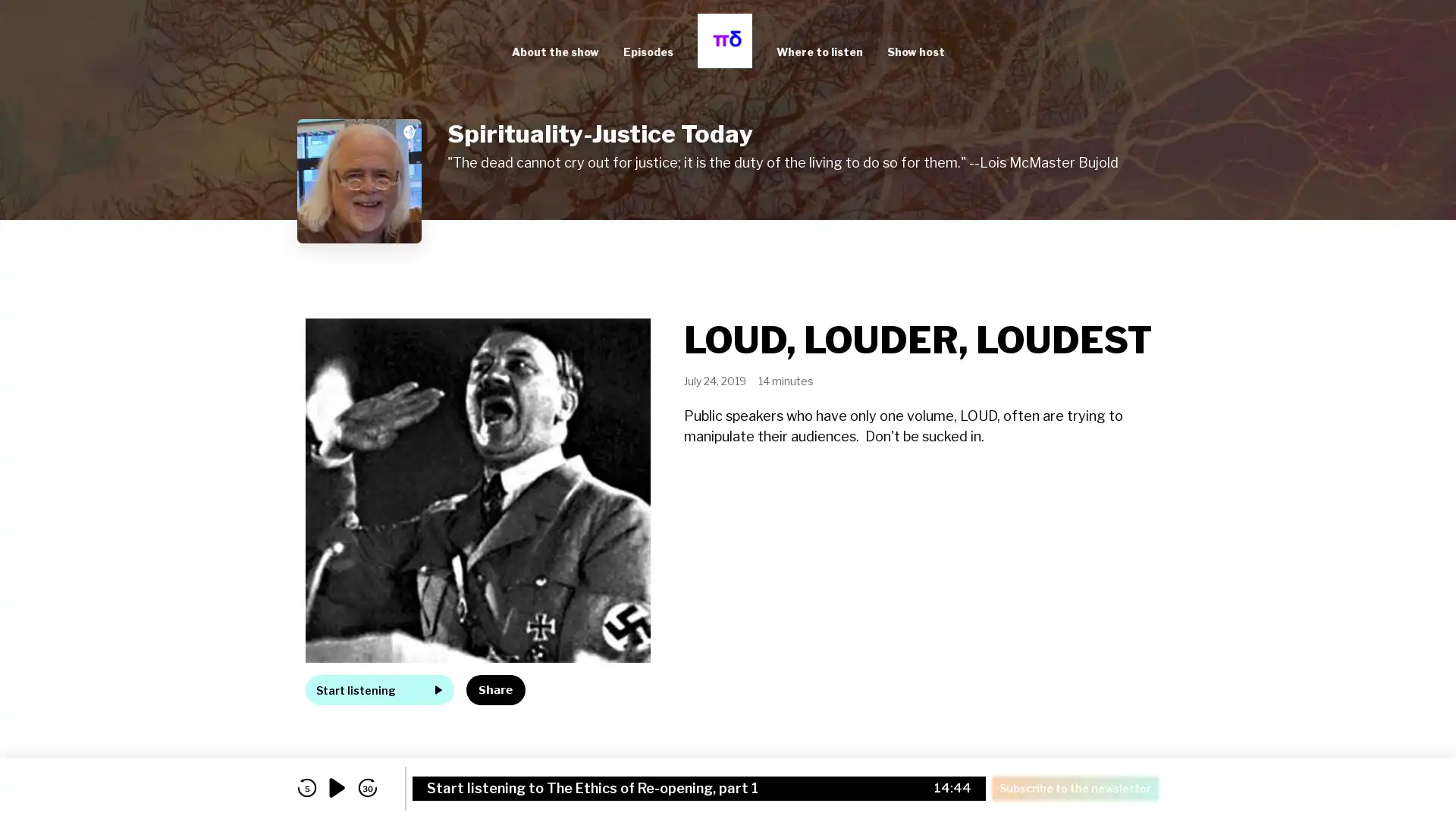  What do you see at coordinates (306, 787) in the screenshot?
I see `skip back 5 seconds` at bounding box center [306, 787].